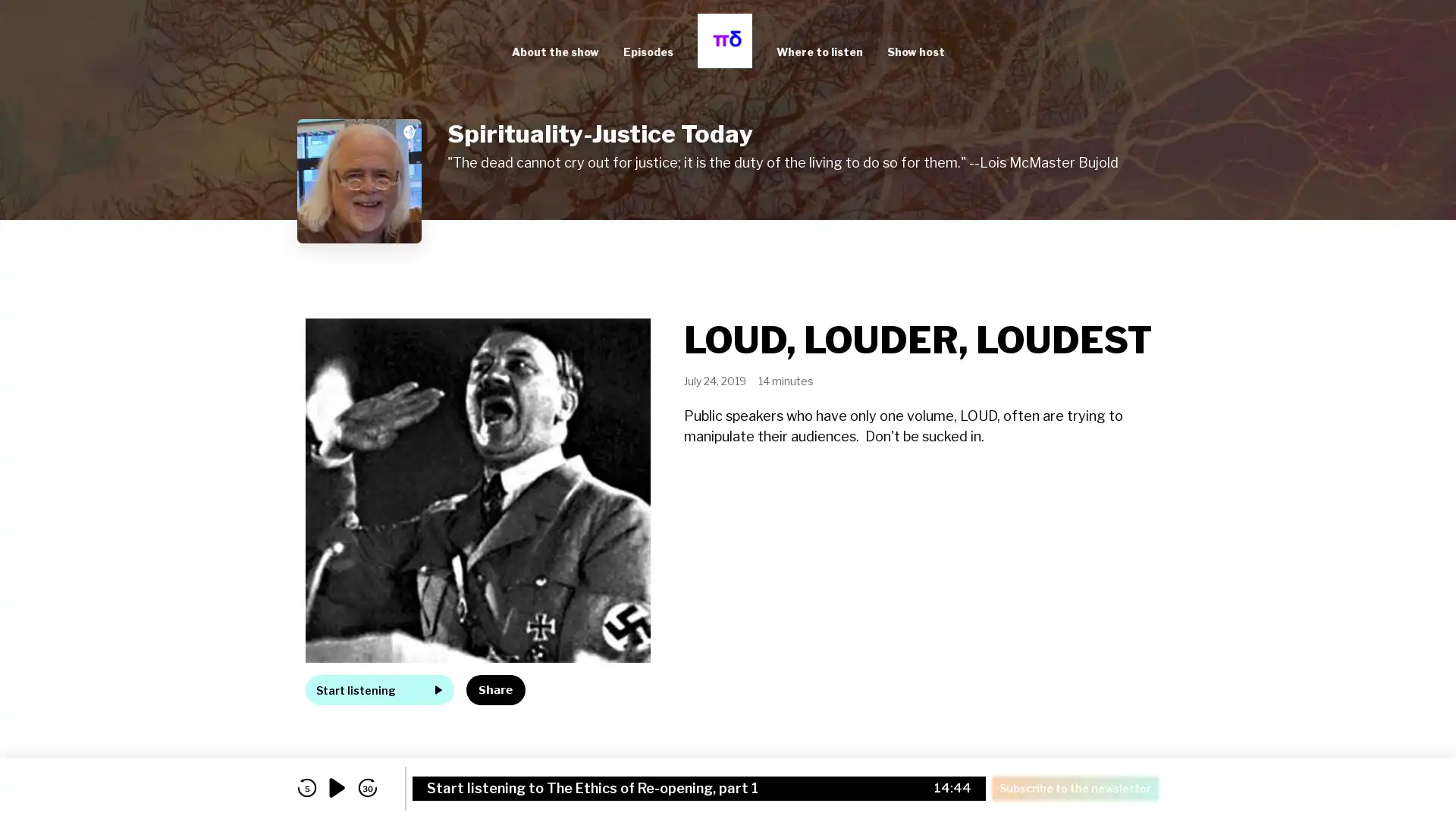  What do you see at coordinates (306, 787) in the screenshot?
I see `skip back 5 seconds` at bounding box center [306, 787].